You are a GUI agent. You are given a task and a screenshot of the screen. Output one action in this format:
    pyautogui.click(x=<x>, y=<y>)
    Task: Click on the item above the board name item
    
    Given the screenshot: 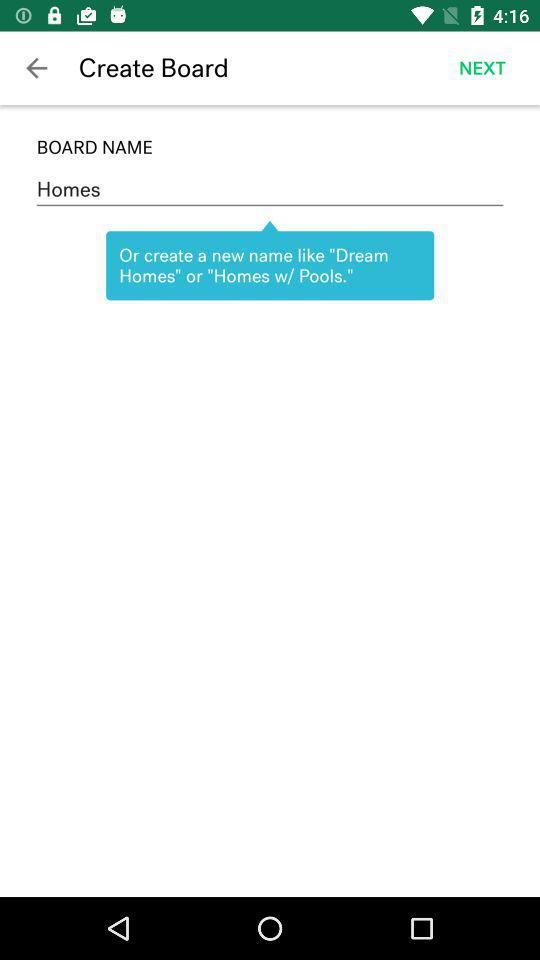 What is the action you would take?
    pyautogui.click(x=481, y=68)
    